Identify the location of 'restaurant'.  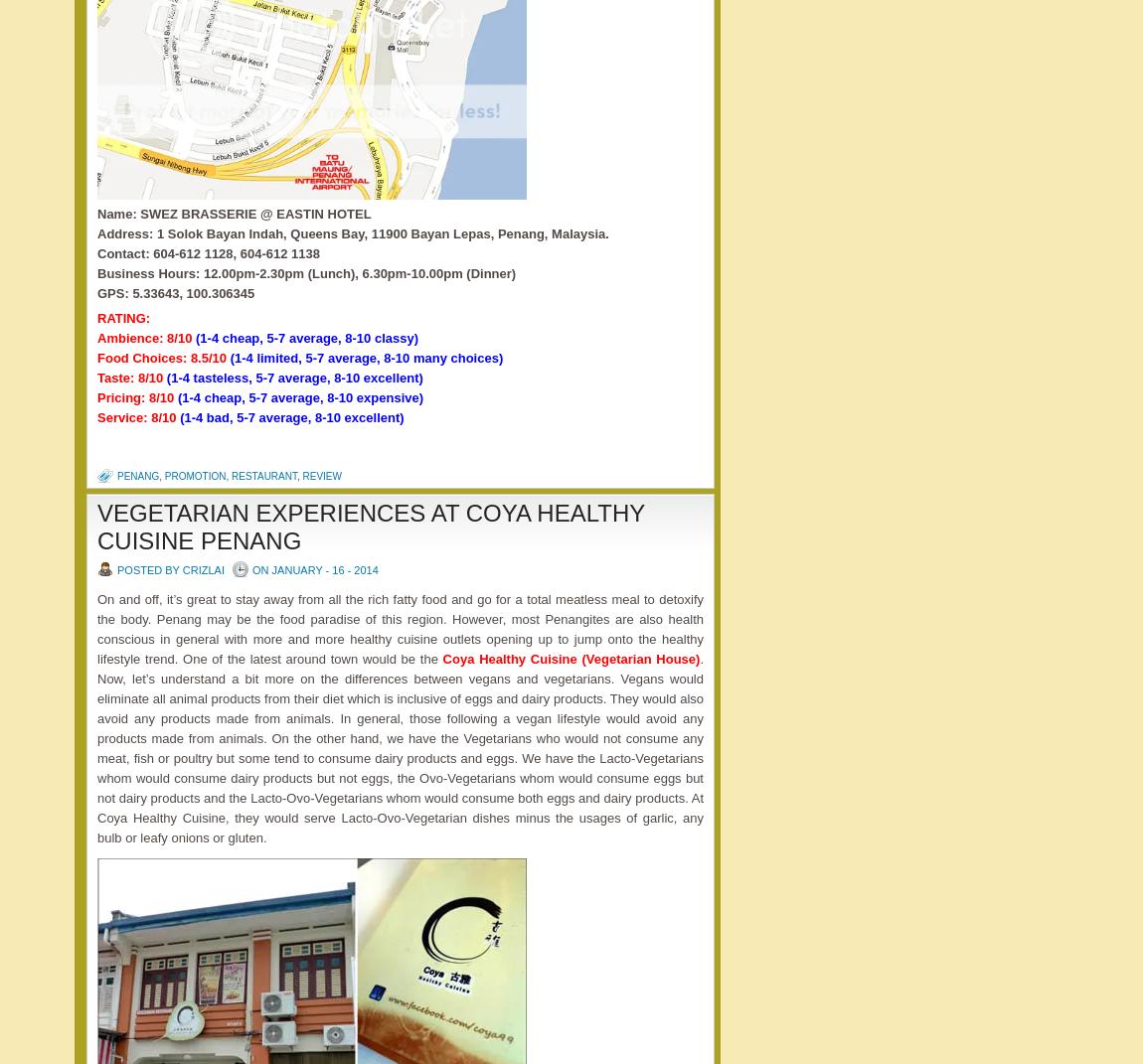
(262, 475).